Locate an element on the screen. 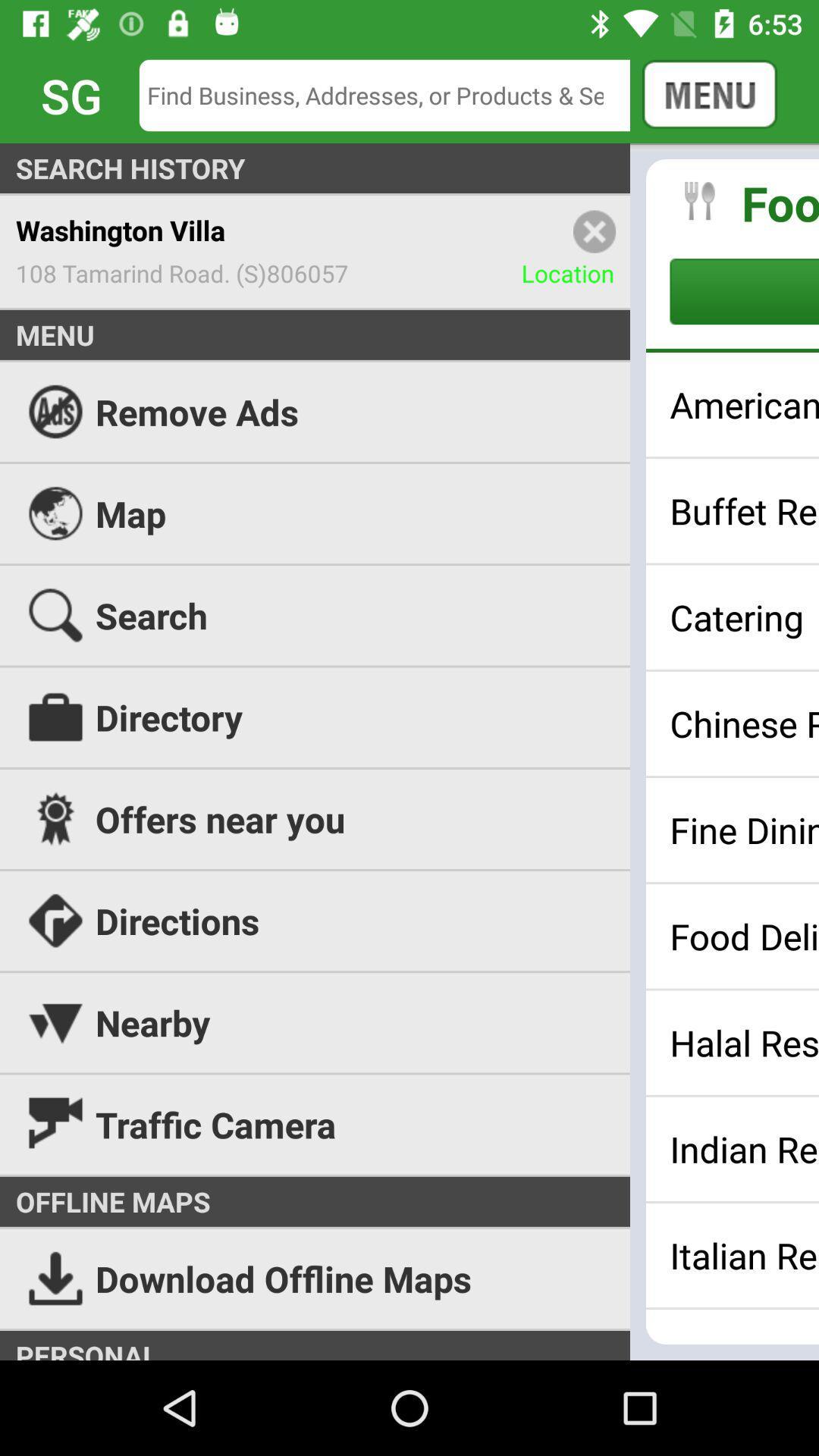 This screenshot has height=1456, width=819. the halal restaurants item is located at coordinates (743, 1042).